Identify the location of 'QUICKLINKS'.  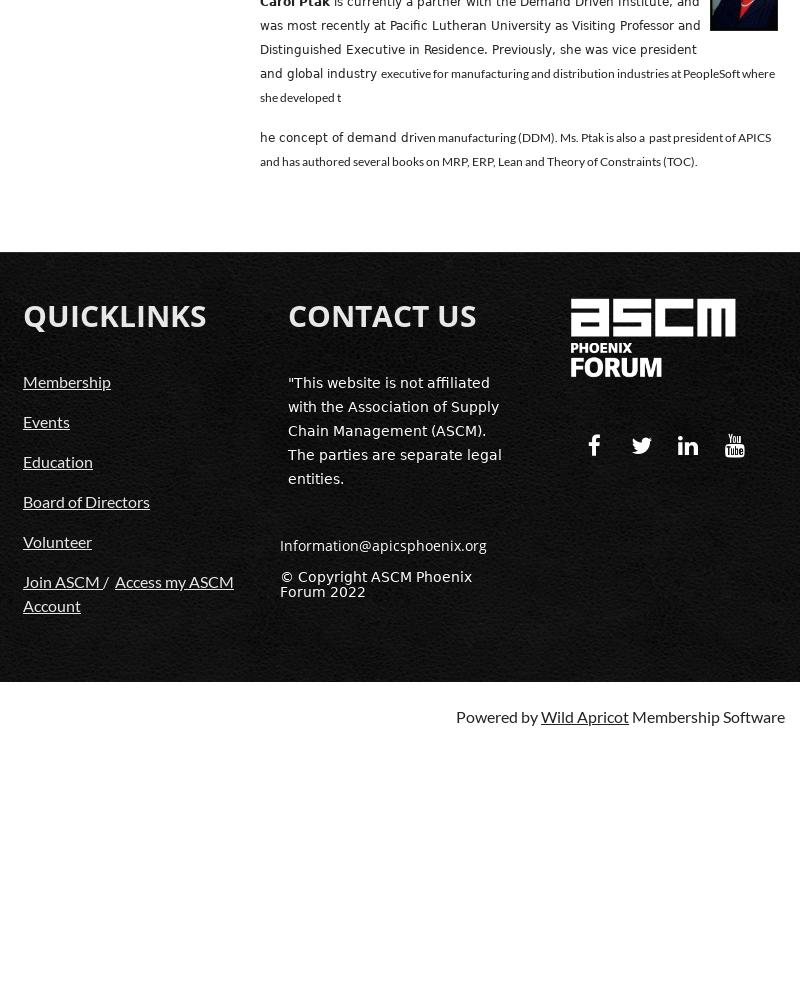
(113, 313).